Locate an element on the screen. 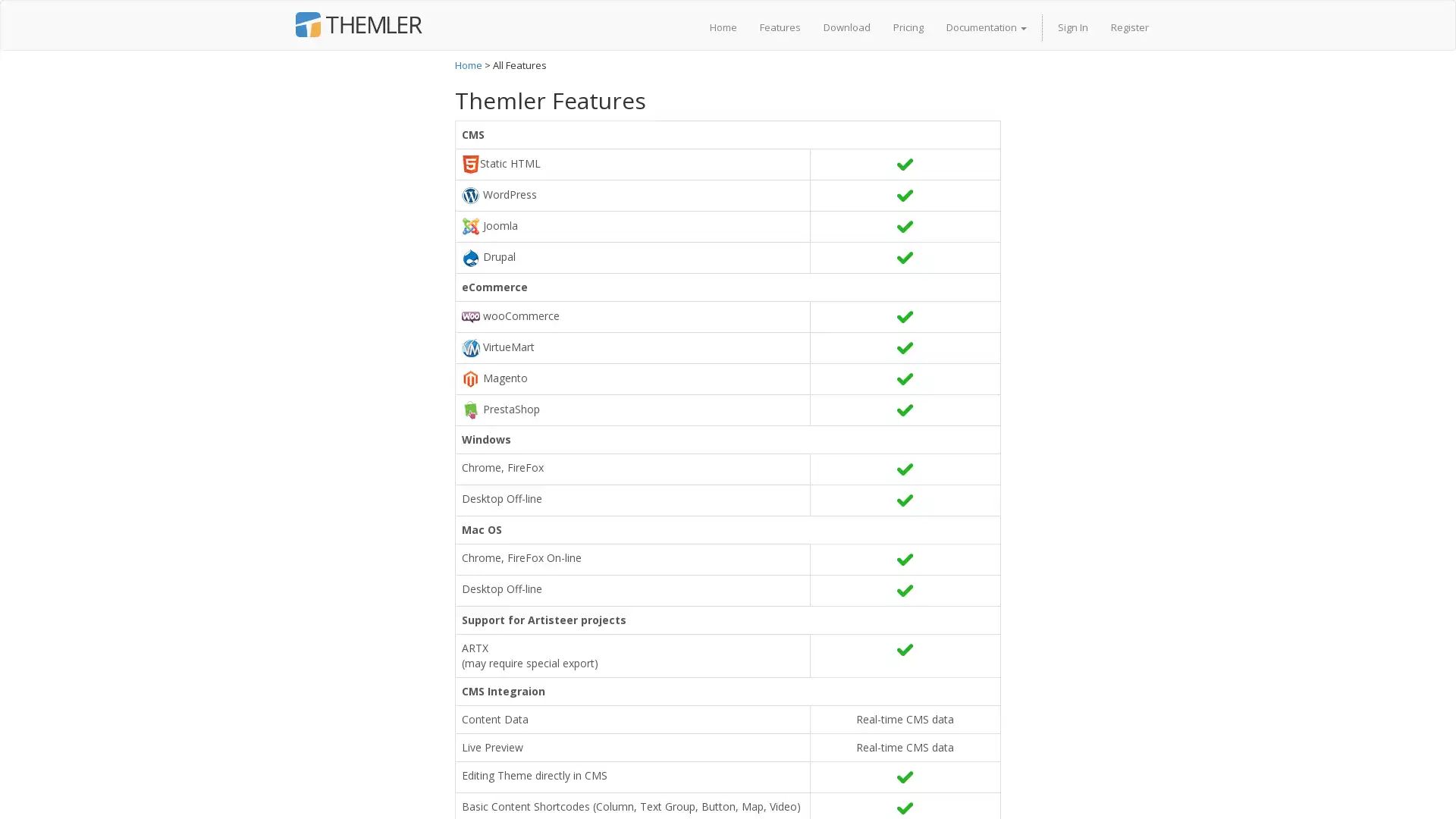  Documentation is located at coordinates (986, 27).